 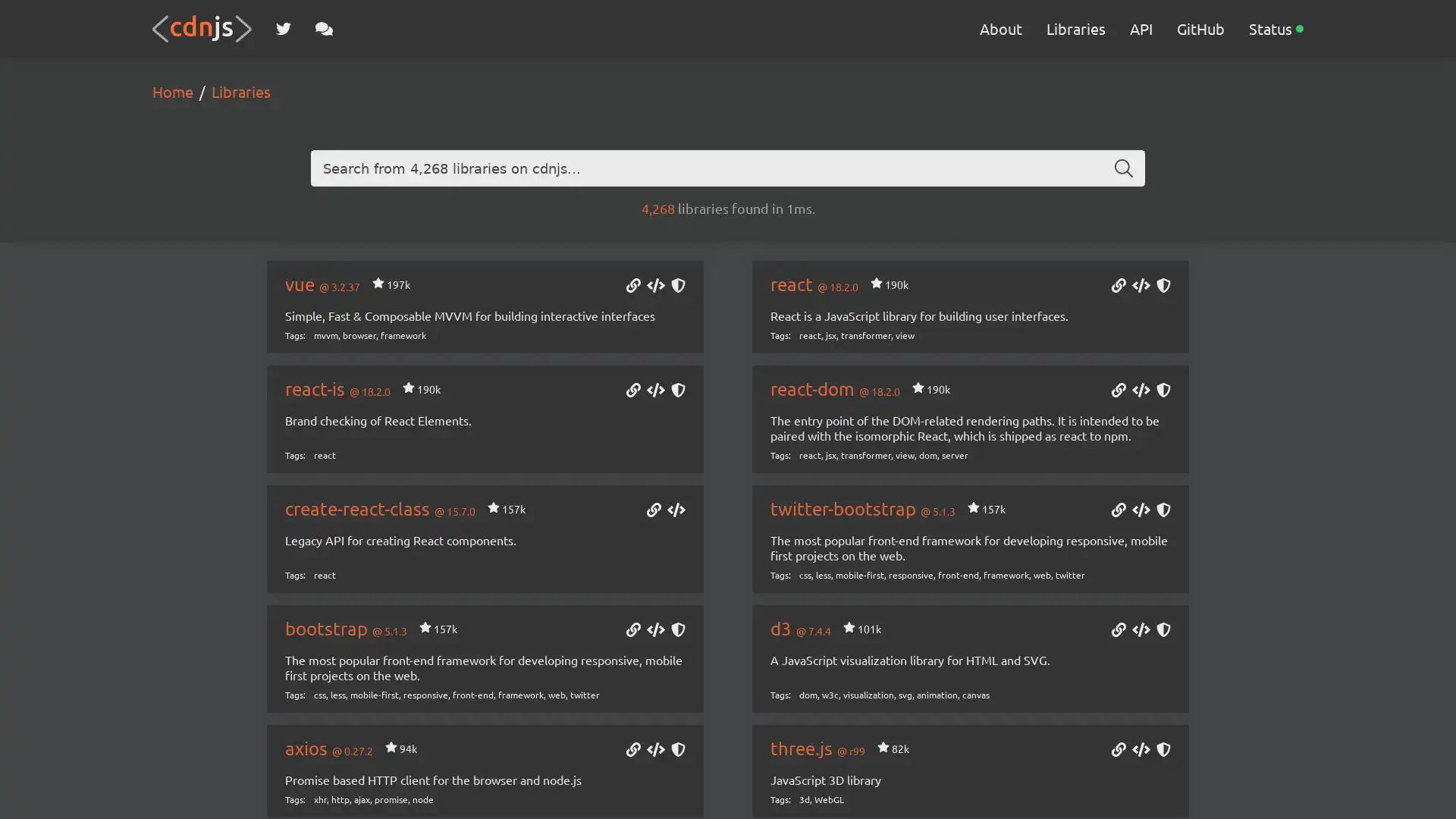 I want to click on Copy SRI Hash, so click(x=676, y=631).